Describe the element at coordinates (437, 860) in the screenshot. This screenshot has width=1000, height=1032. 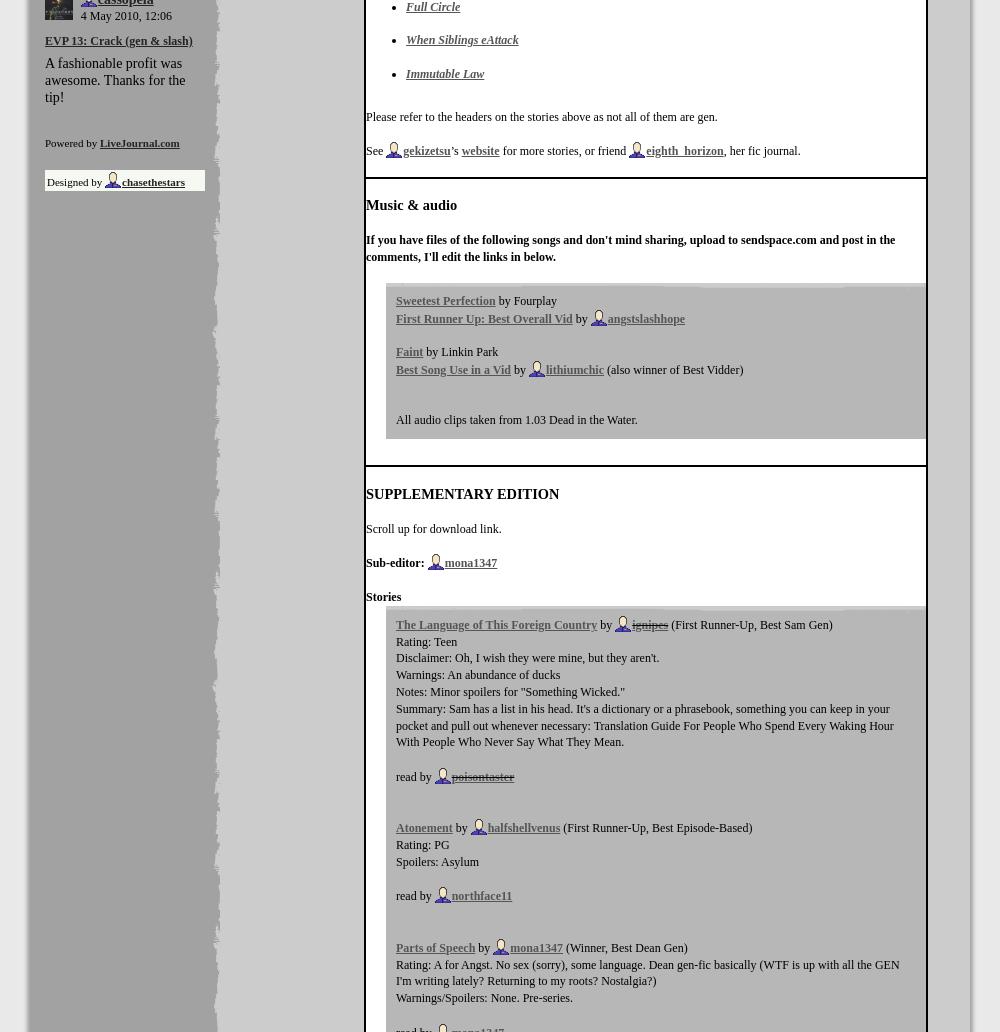
I see `'Spoilers: Asylum'` at that location.